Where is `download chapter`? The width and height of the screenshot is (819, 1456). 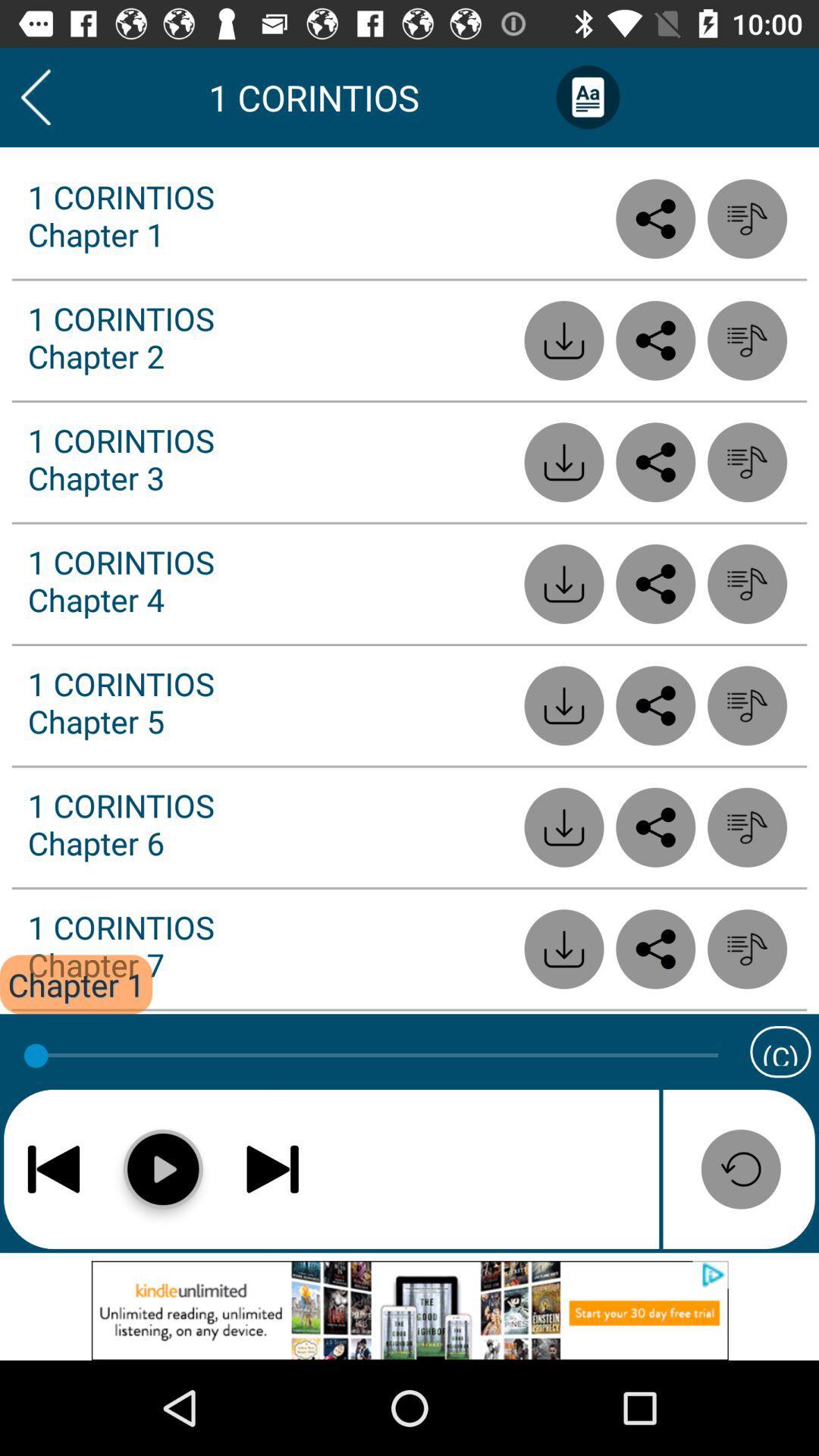 download chapter is located at coordinates (564, 827).